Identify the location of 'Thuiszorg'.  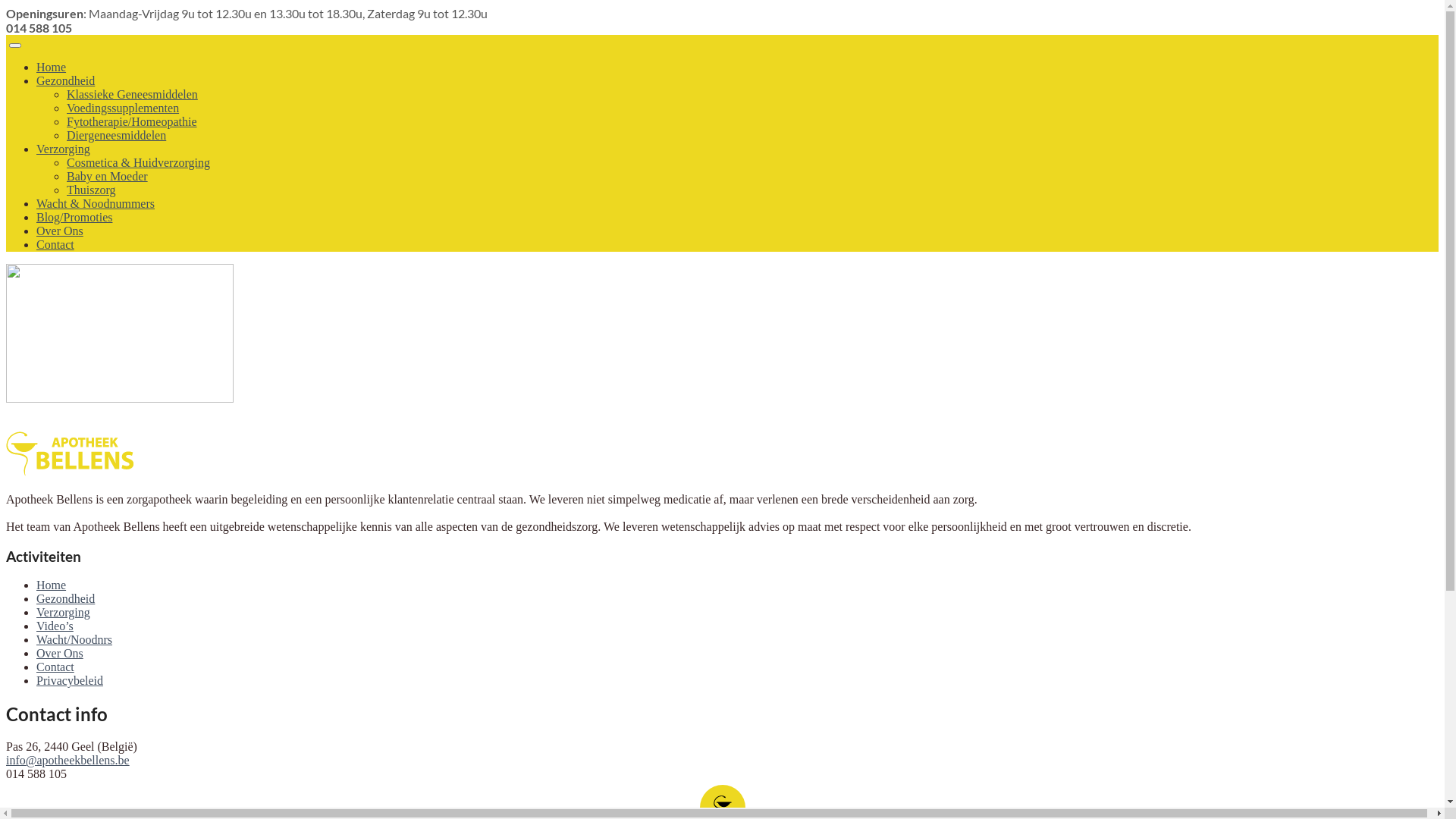
(90, 189).